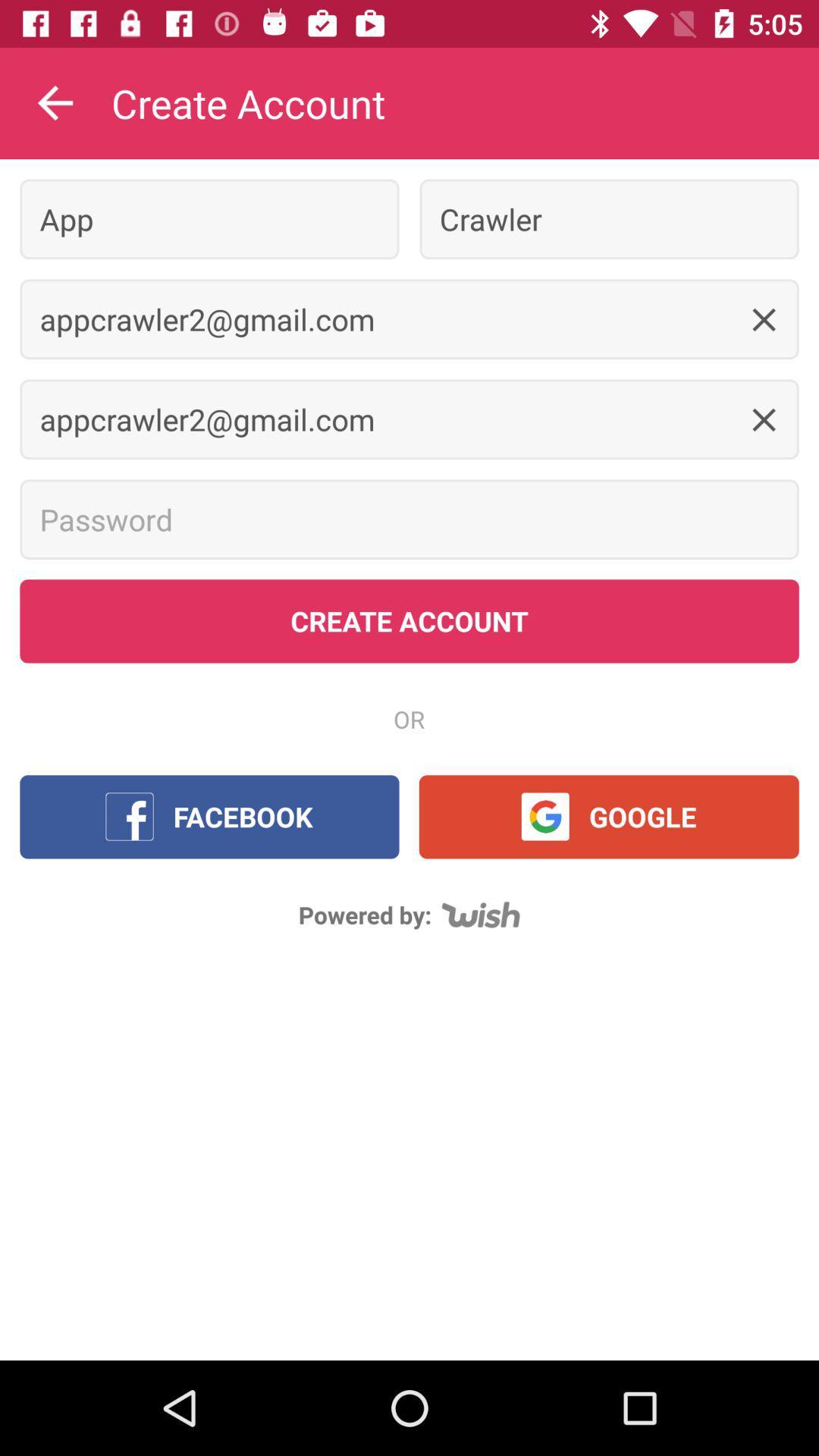 This screenshot has width=819, height=1456. I want to click on the app icon, so click(209, 218).